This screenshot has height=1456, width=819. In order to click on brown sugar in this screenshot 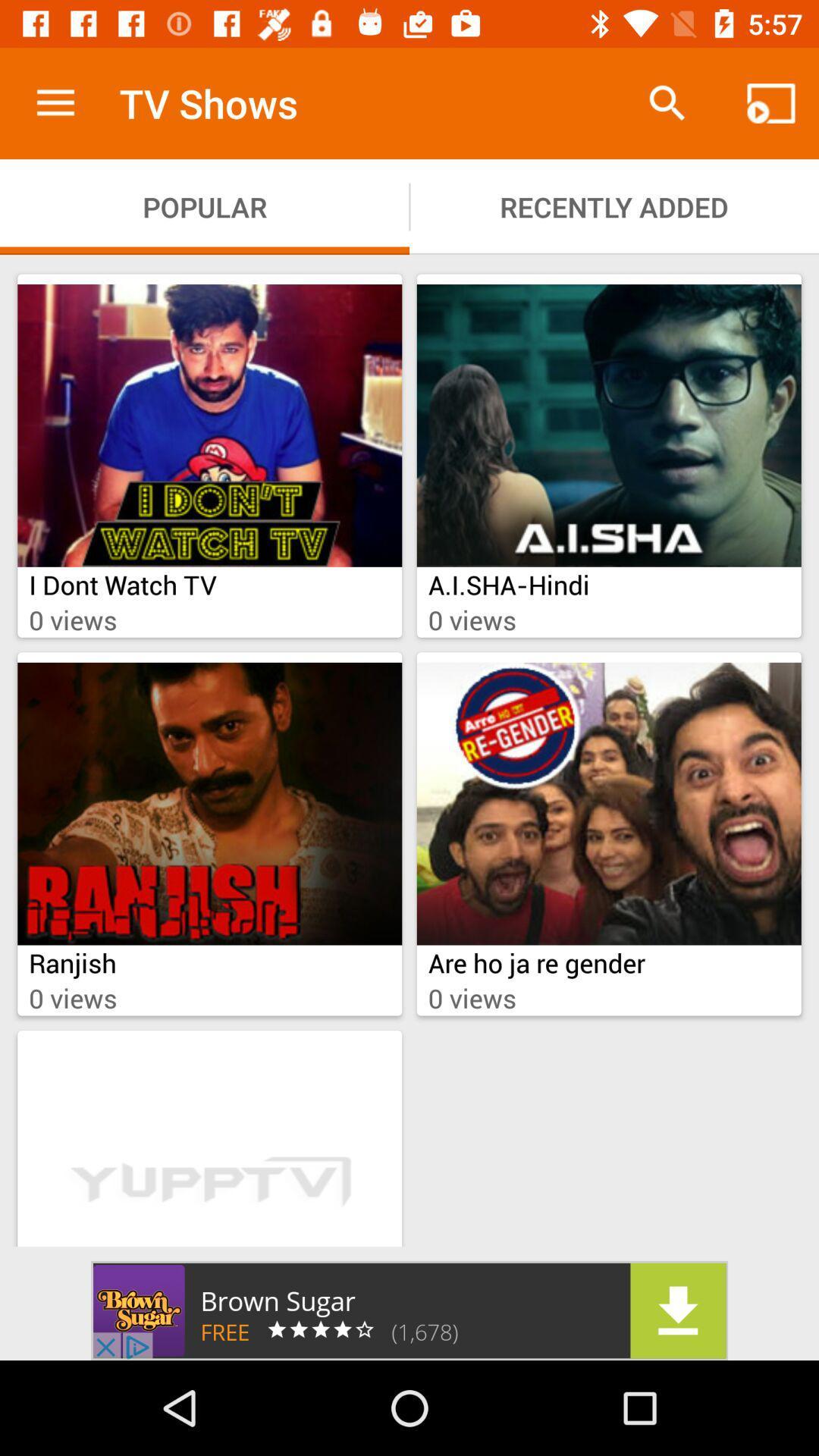, I will do `click(409, 1310)`.